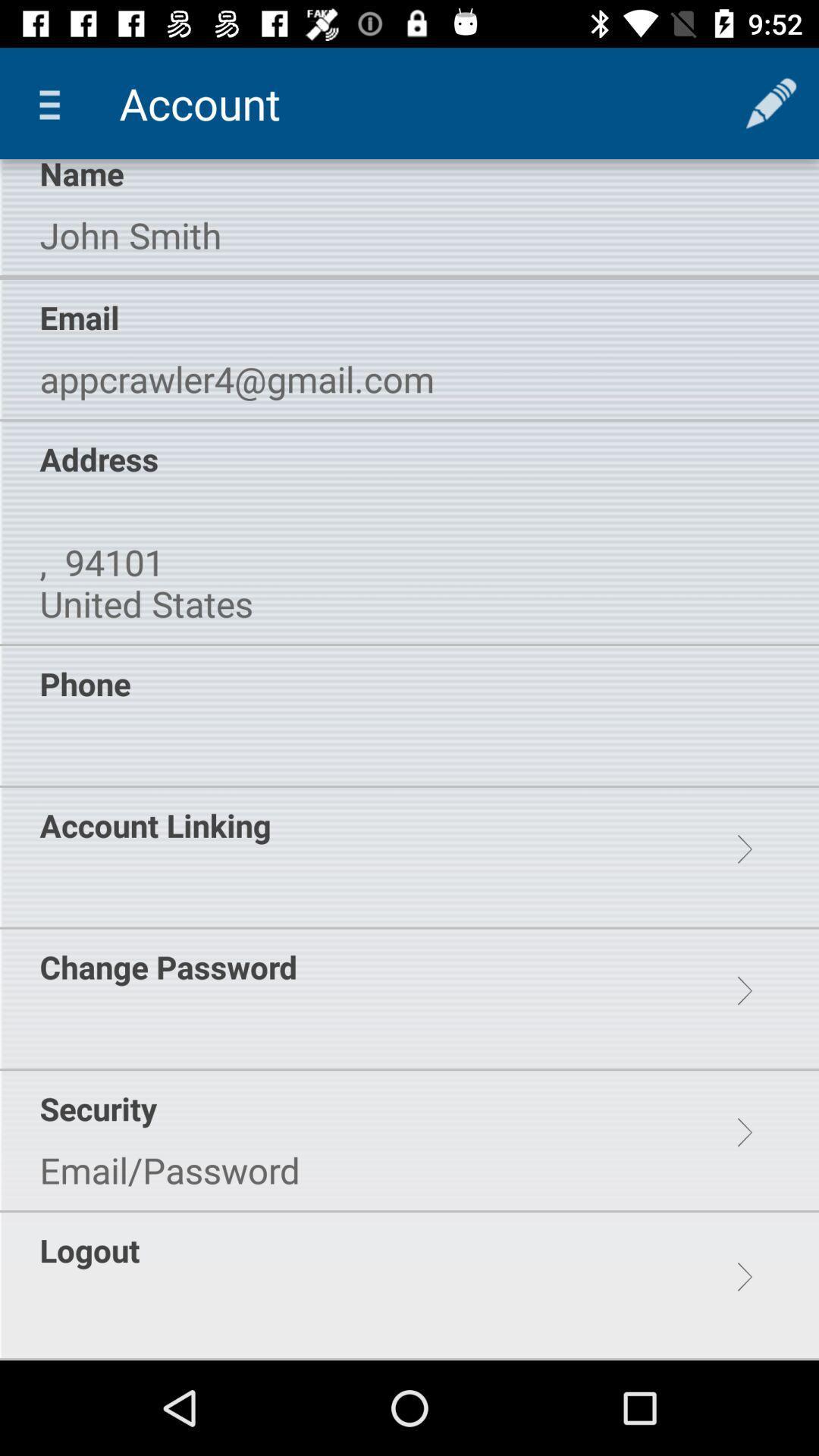 Image resolution: width=819 pixels, height=1456 pixels. What do you see at coordinates (744, 849) in the screenshot?
I see `the arrow_forward icon` at bounding box center [744, 849].